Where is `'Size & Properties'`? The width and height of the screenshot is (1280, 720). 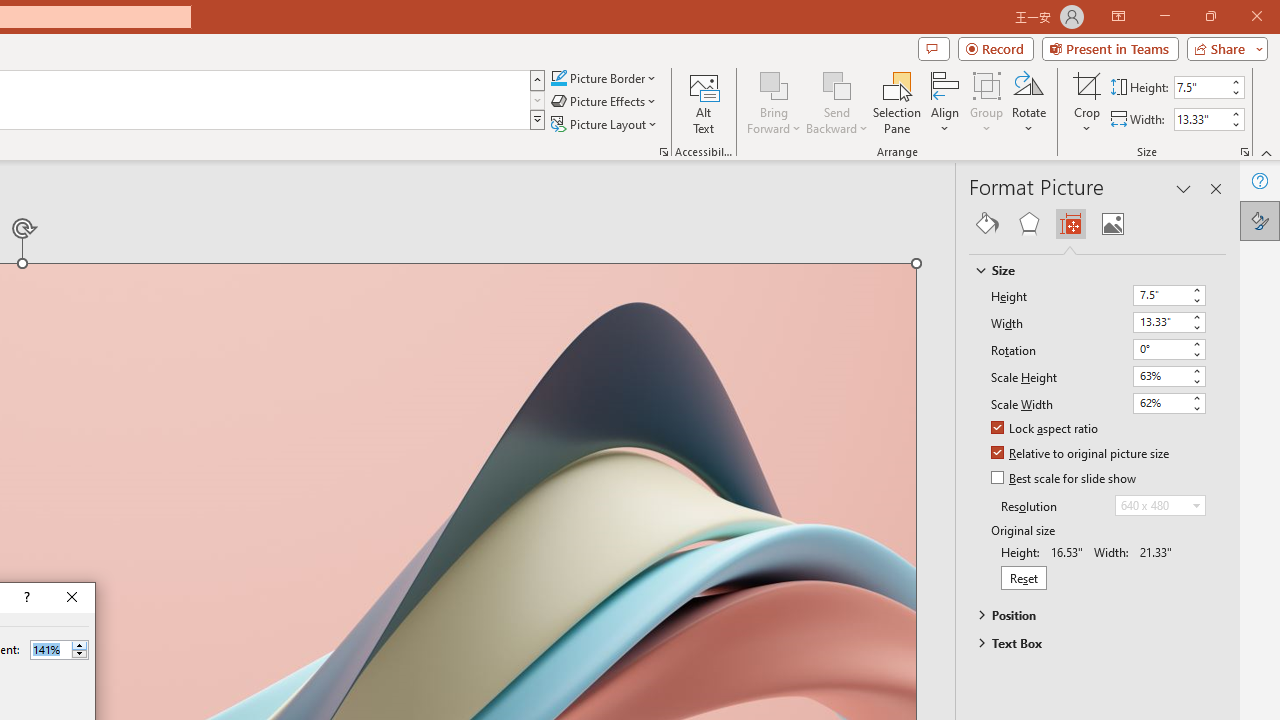
'Size & Properties' is located at coordinates (1069, 223).